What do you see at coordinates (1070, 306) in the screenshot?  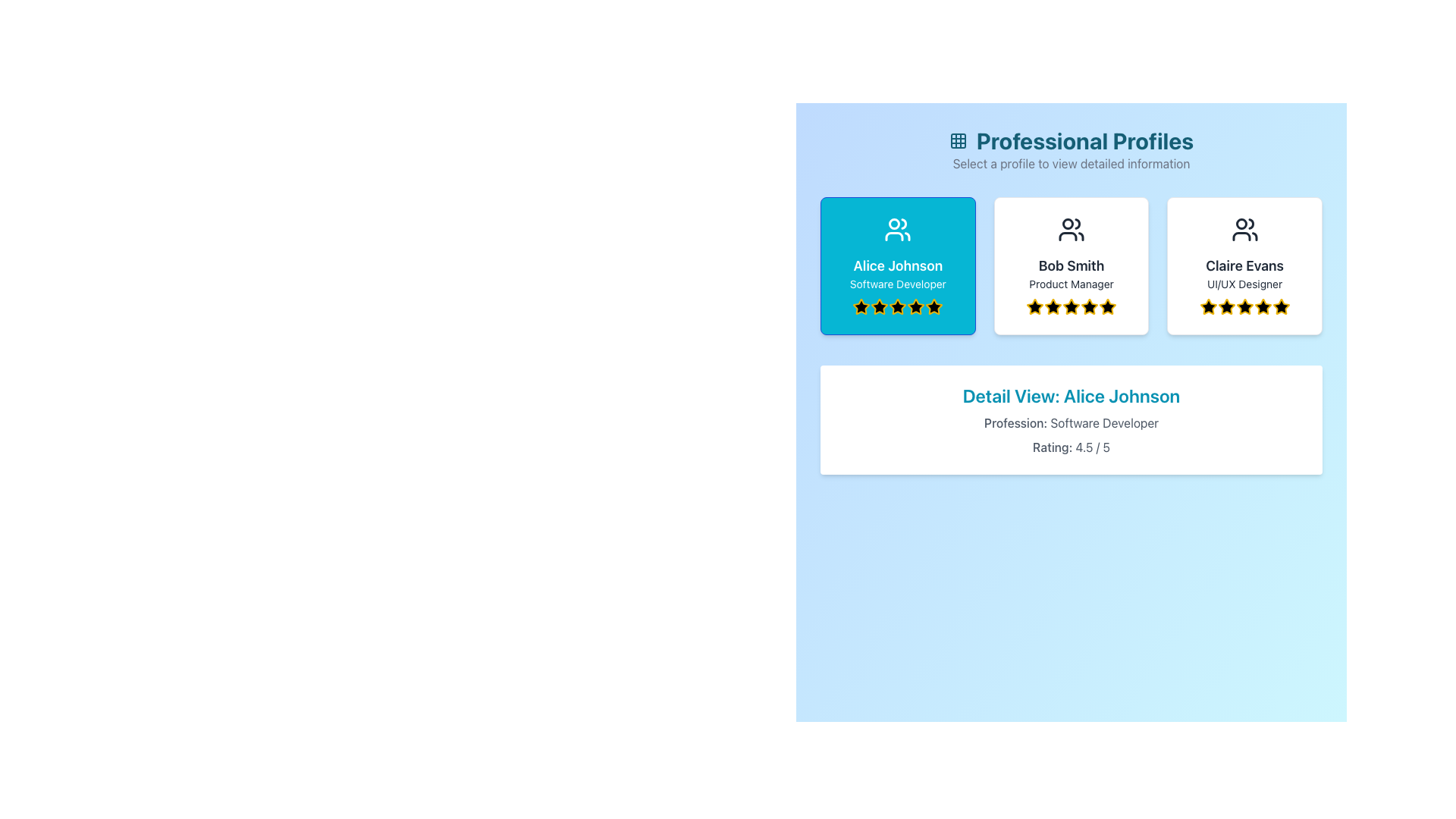 I see `the fourth star icon in the rating system for Bob Smith, Product Manager, which is filled with black and outlined in yellow` at bounding box center [1070, 306].